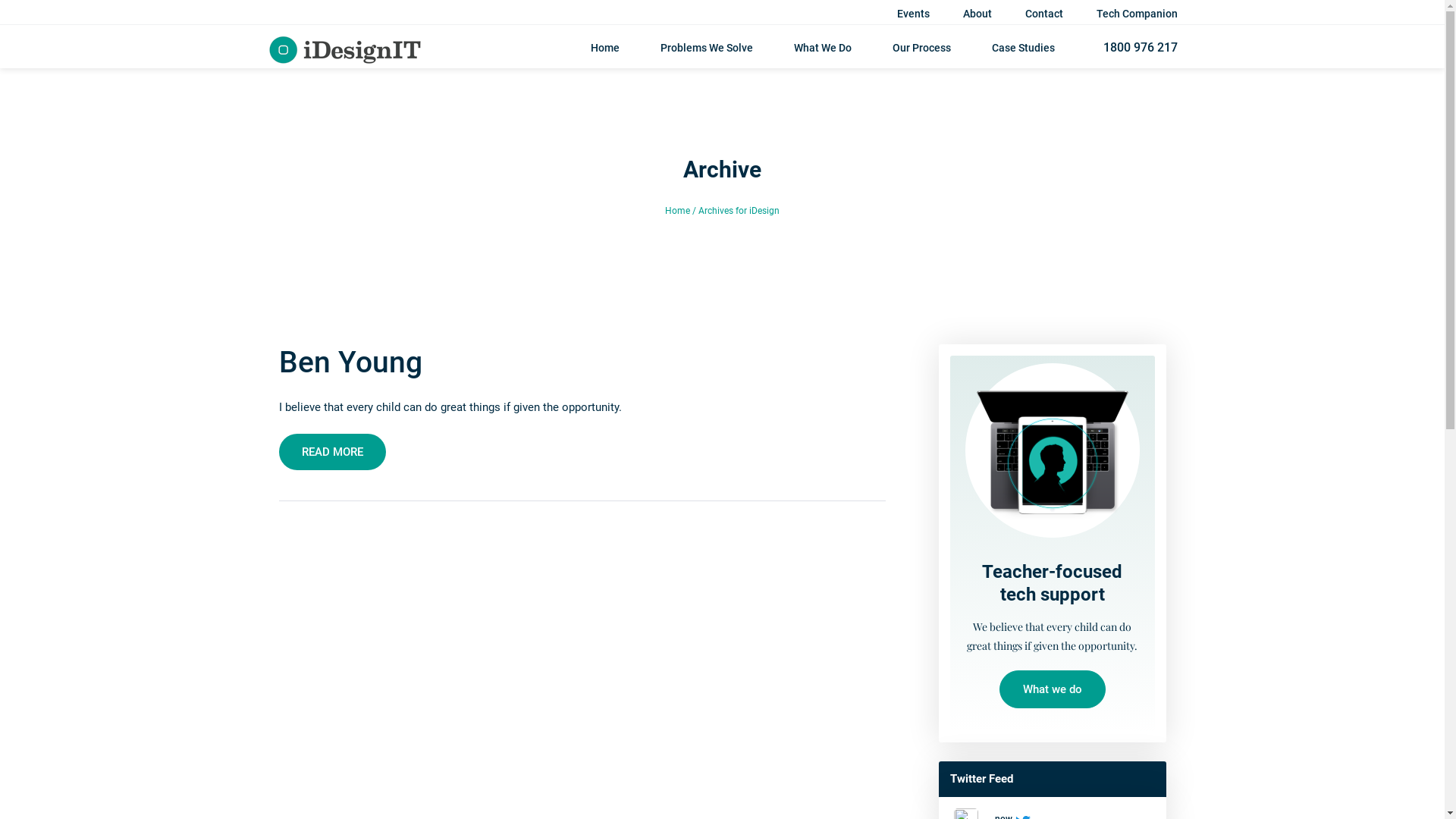 The image size is (1456, 819). I want to click on 'Home', so click(588, 52).